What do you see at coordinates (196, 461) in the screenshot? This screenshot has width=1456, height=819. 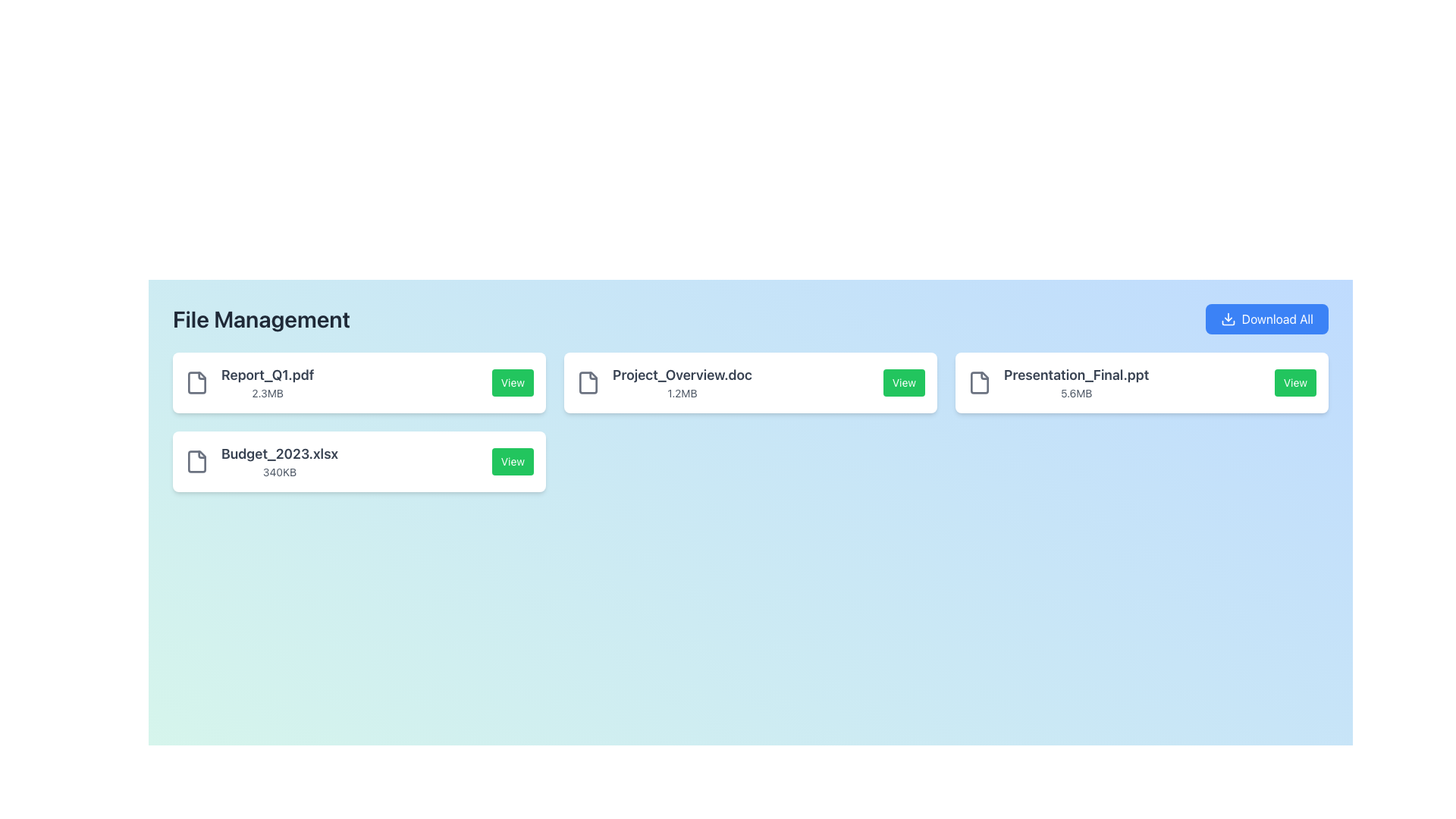 I see `the file icon, which is a simple outline resembling a document with a folded corner, located above the text 'Budget_2023.xlsx 340KB' in the file list` at bounding box center [196, 461].